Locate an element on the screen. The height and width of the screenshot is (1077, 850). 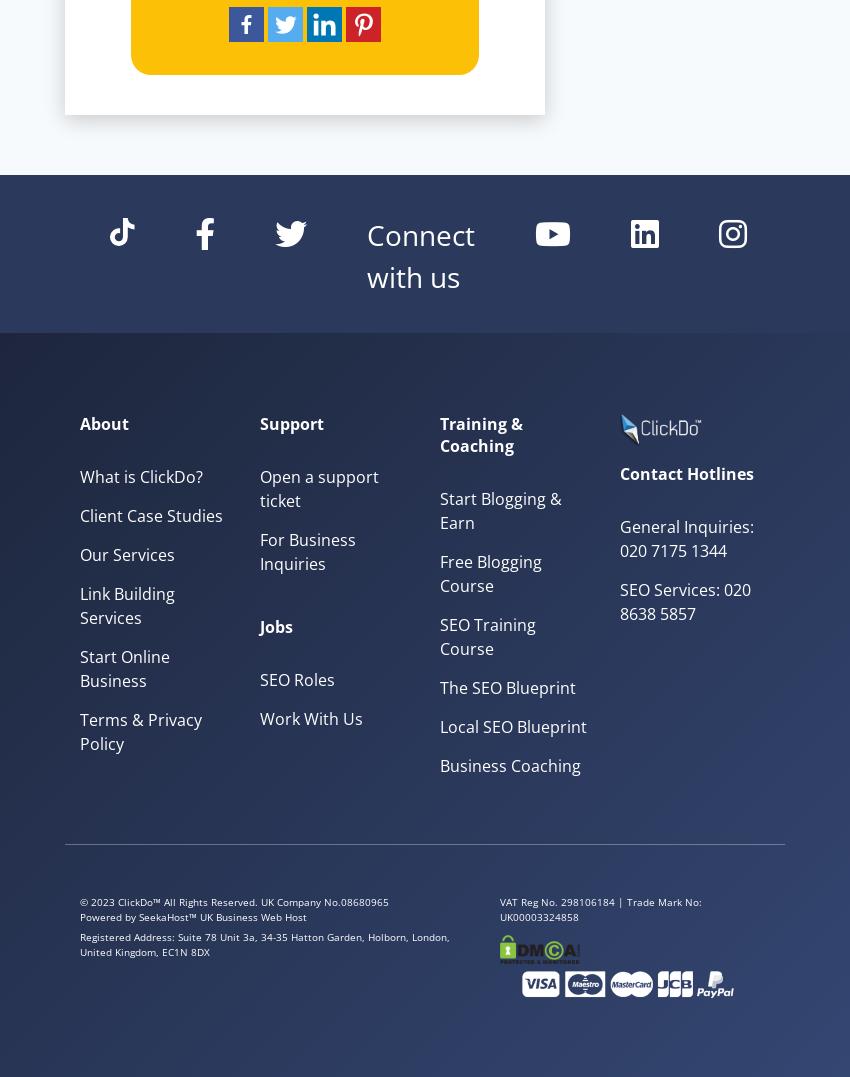
'Start Online Business' is located at coordinates (124, 666).